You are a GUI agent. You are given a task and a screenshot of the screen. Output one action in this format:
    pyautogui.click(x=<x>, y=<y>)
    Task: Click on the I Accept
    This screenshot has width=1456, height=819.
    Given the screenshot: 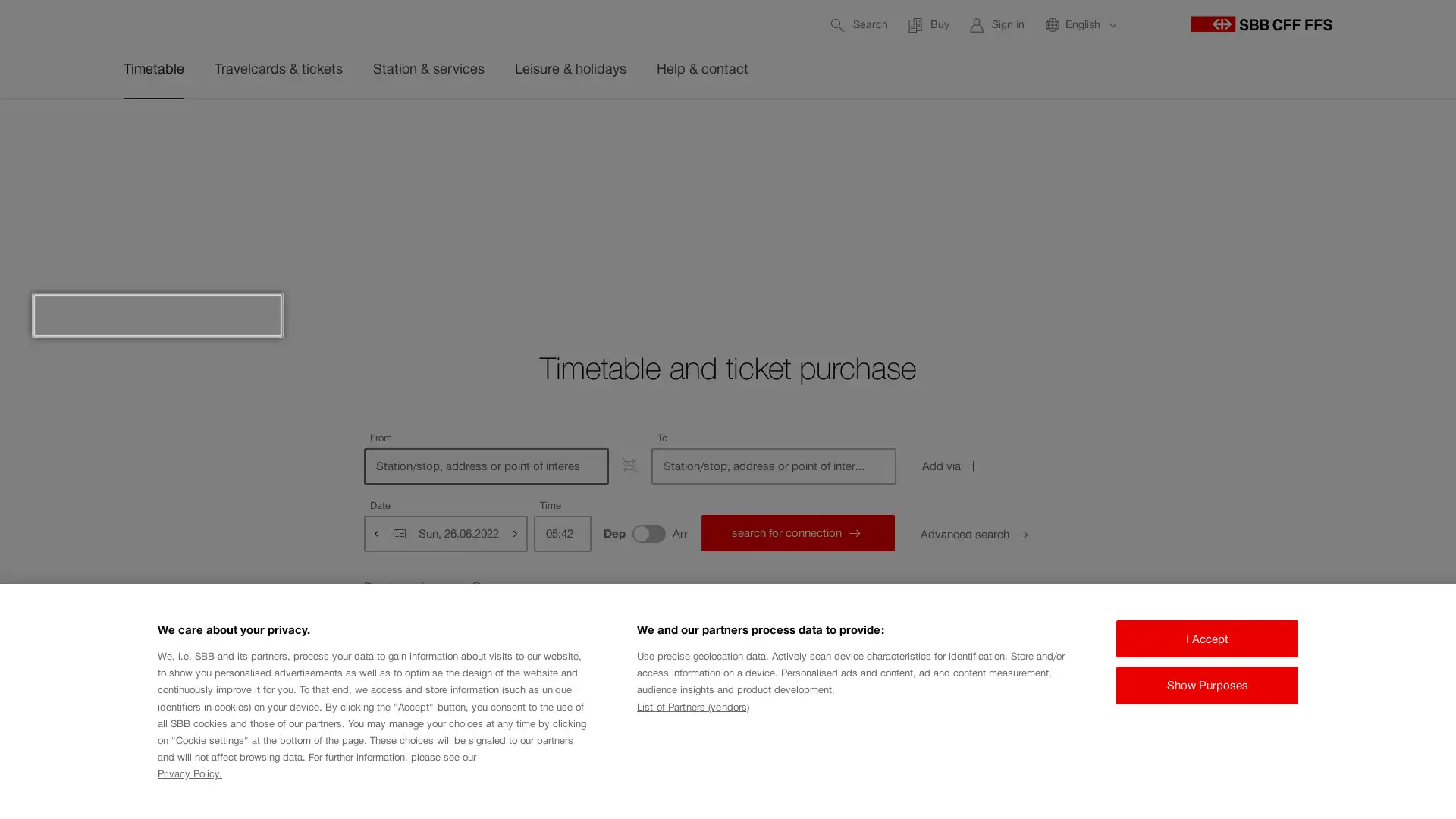 What is the action you would take?
    pyautogui.click(x=1207, y=638)
    